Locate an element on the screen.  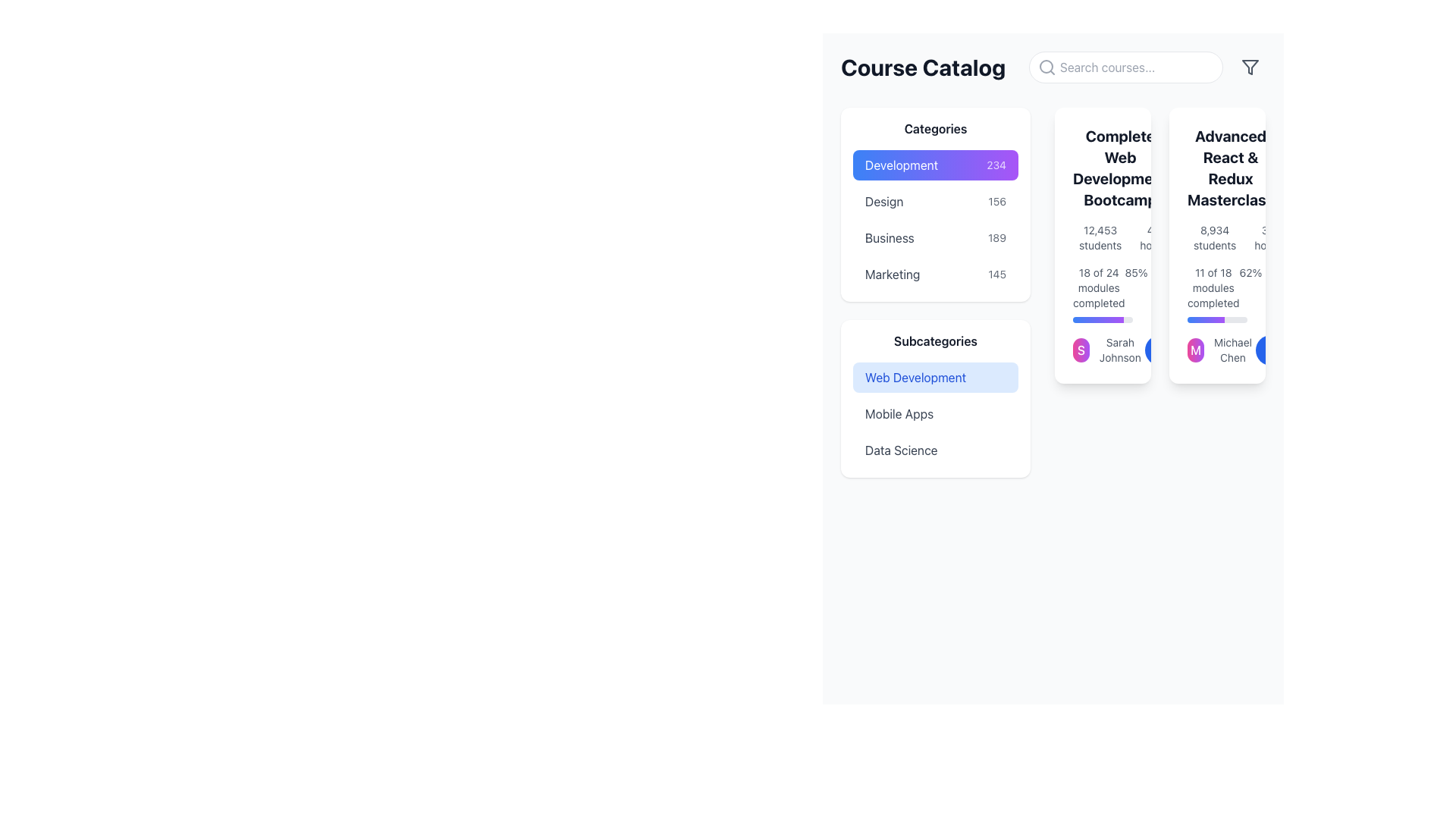
the 'Design' button located in the 'Categories' section, which is the second button below 'Development' and above 'Business' is located at coordinates (934, 201).